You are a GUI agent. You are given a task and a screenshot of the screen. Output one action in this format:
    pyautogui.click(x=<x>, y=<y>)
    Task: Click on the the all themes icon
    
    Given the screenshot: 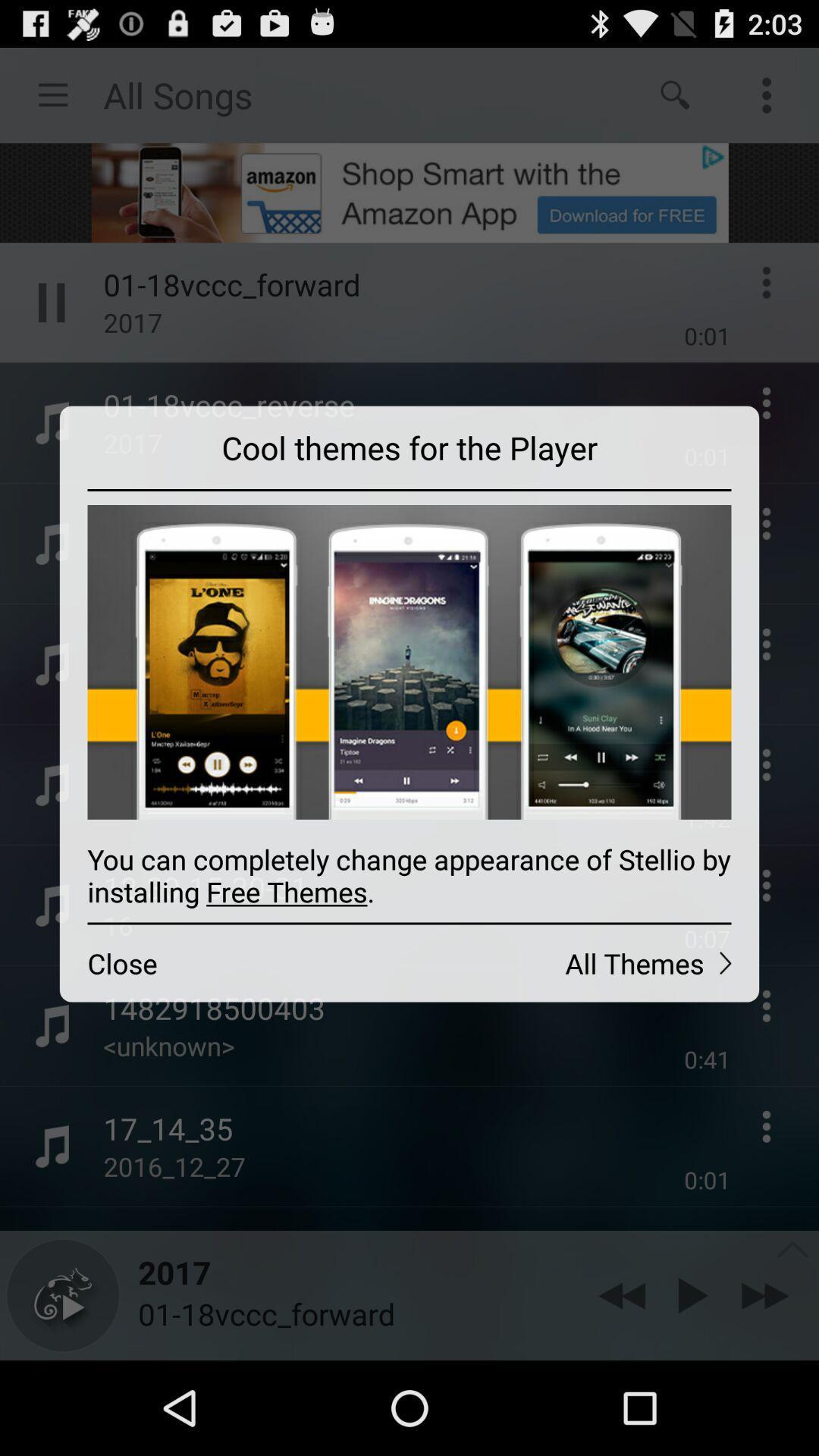 What is the action you would take?
    pyautogui.click(x=583, y=962)
    